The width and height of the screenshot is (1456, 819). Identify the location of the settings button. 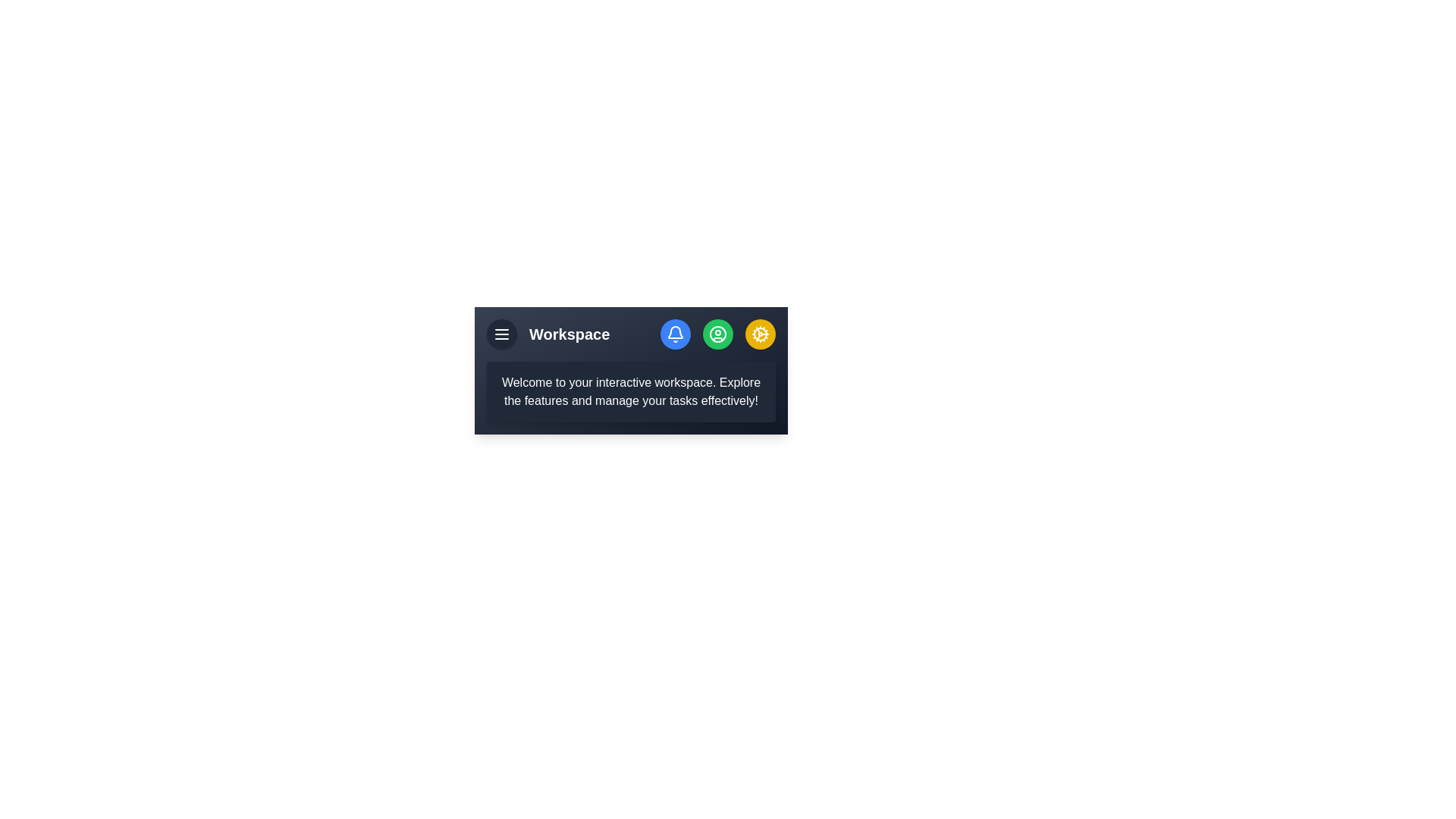
(761, 333).